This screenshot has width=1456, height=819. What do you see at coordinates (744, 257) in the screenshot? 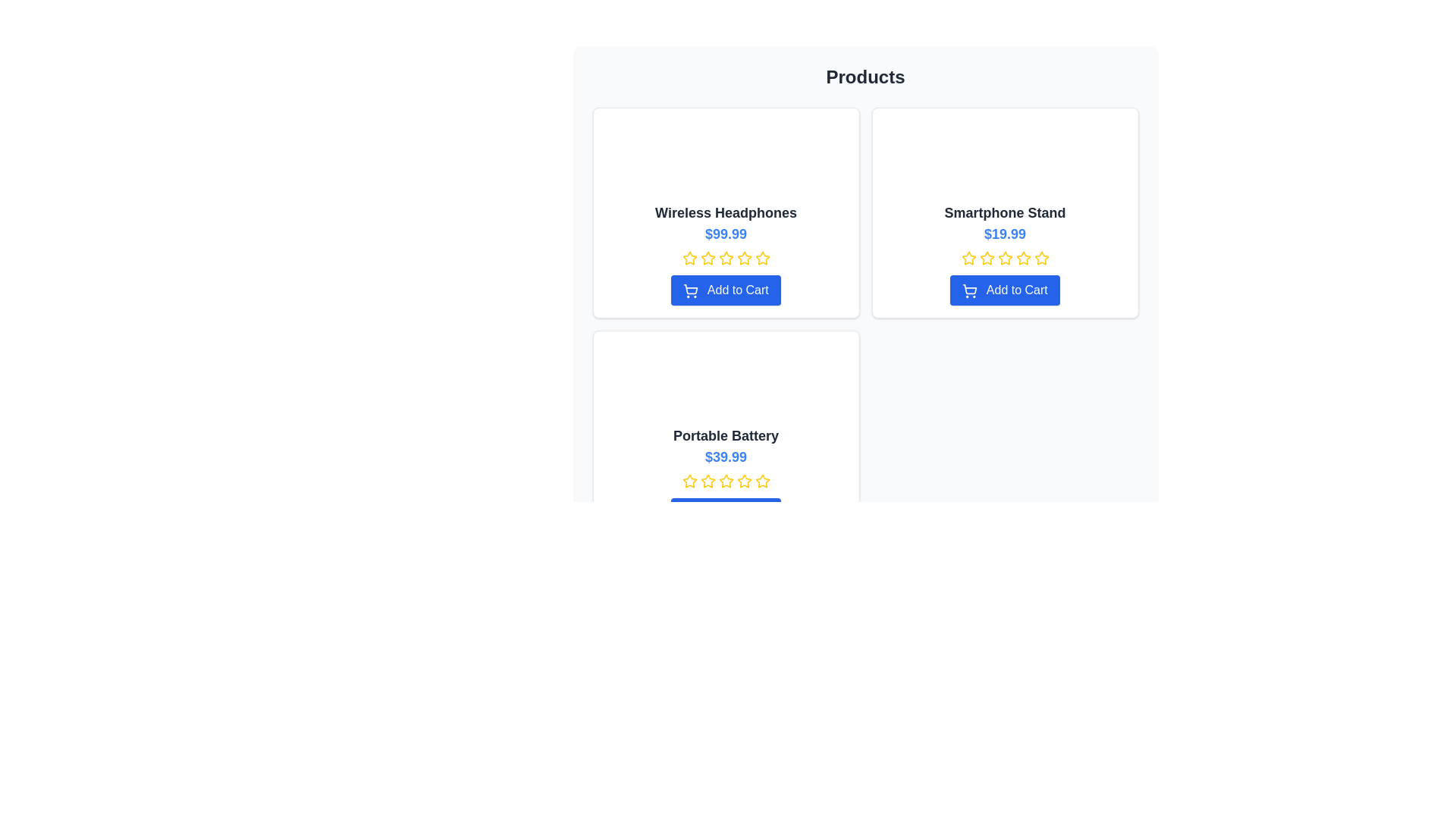
I see `the fourth star icon in the middle row of a five-star rating component, which is outlined in yellow and has a hollow center` at bounding box center [744, 257].